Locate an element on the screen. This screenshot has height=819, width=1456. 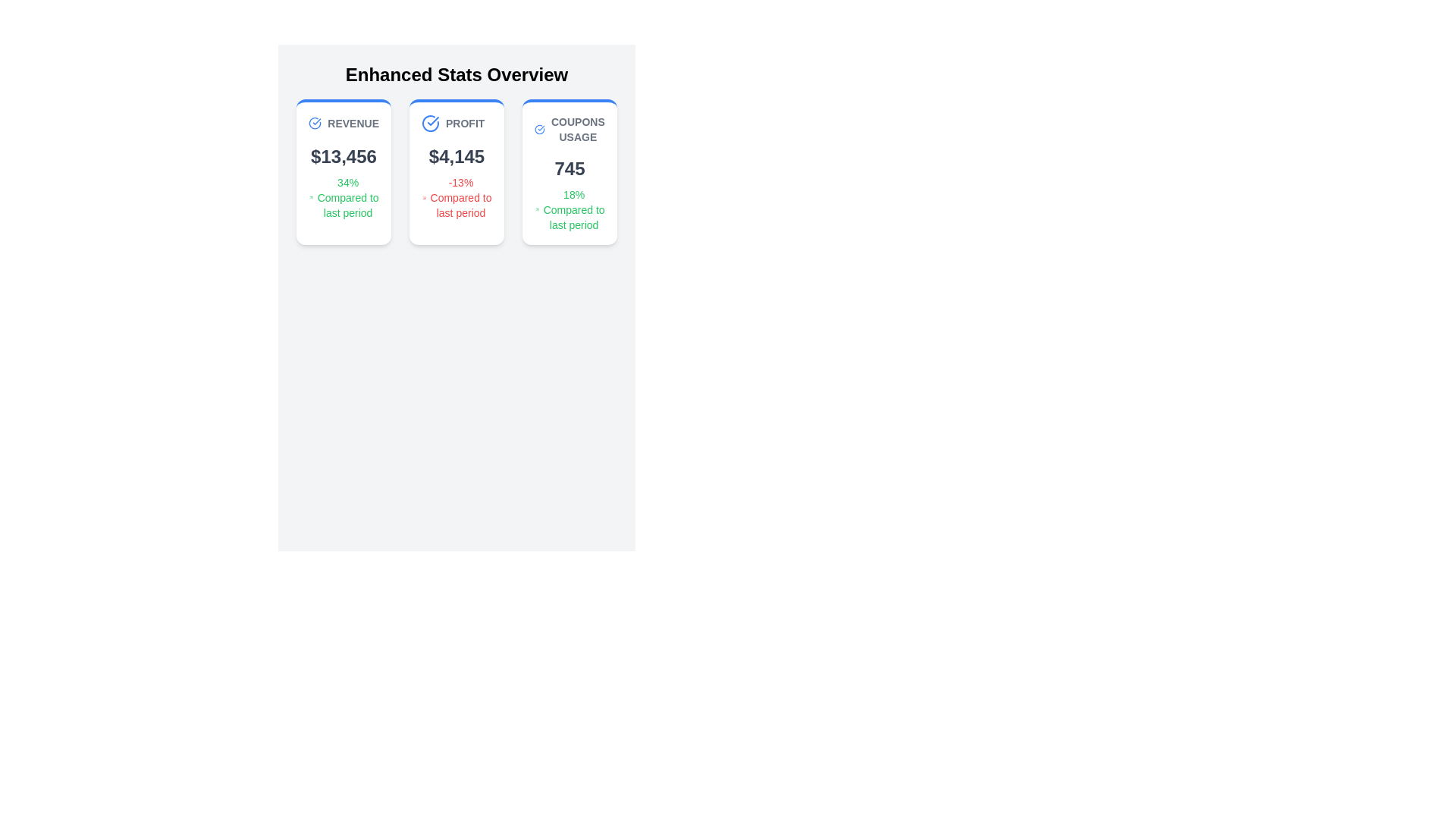
the prominently displayed number '745' in dark gray located in the third card under 'COUPONS USAGE' is located at coordinates (569, 169).